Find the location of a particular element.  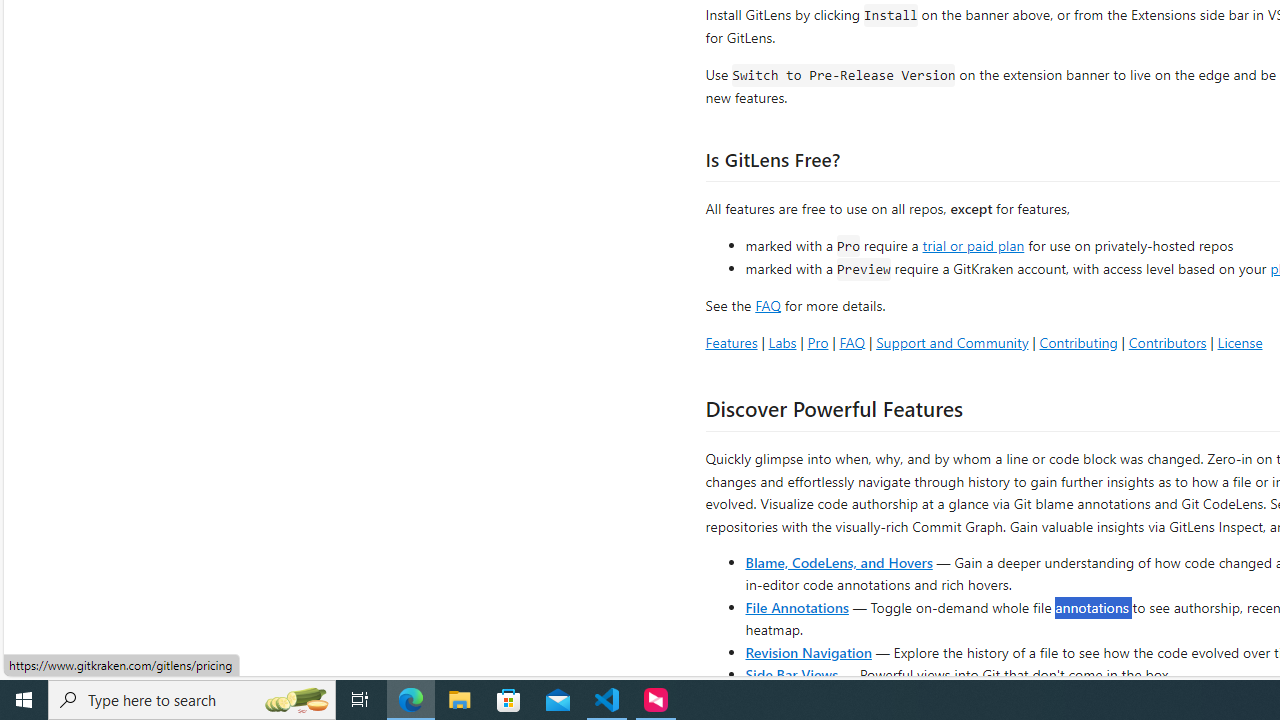

'Revision Navigation' is located at coordinates (808, 651).